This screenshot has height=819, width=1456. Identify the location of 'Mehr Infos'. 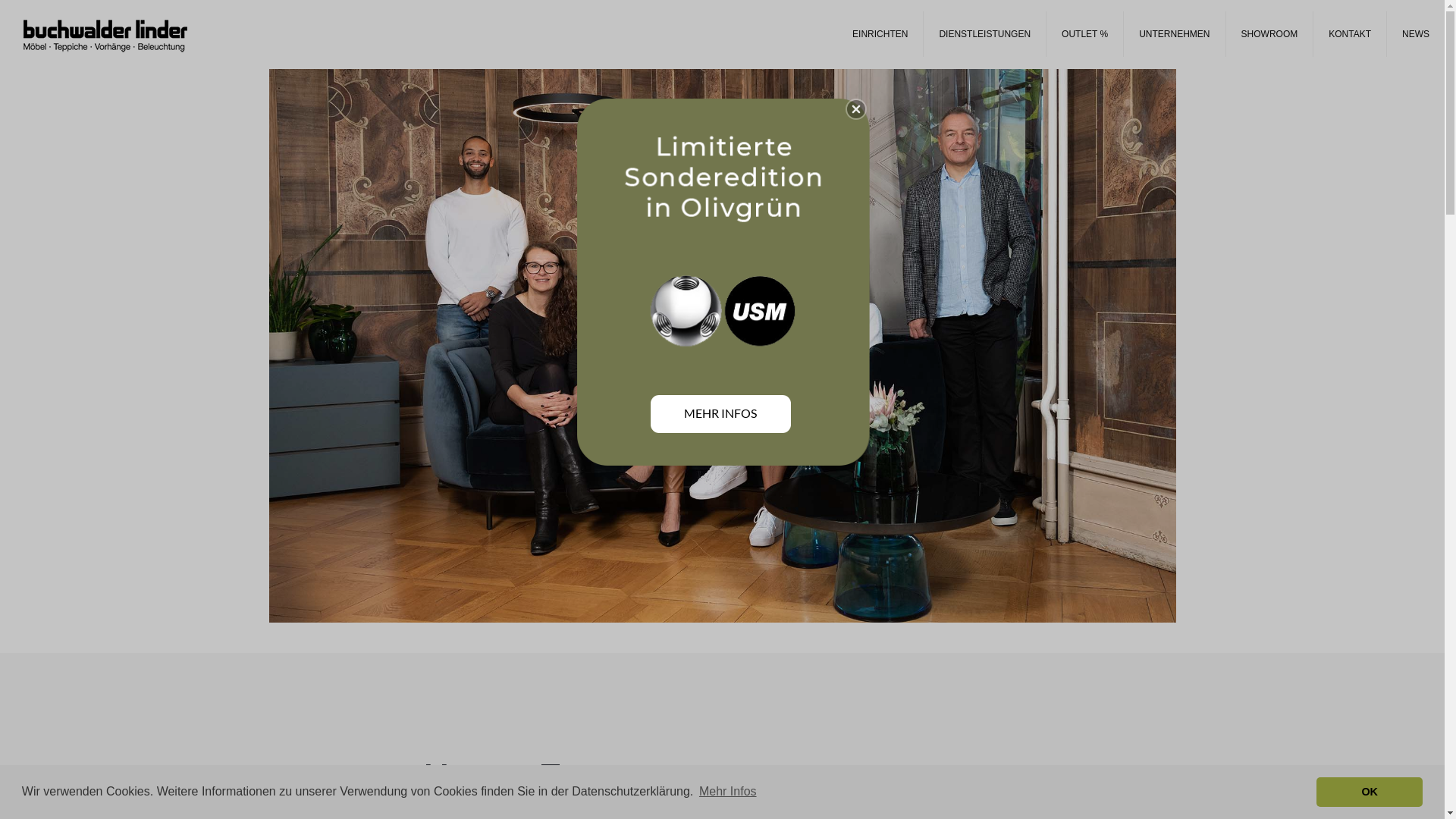
(695, 791).